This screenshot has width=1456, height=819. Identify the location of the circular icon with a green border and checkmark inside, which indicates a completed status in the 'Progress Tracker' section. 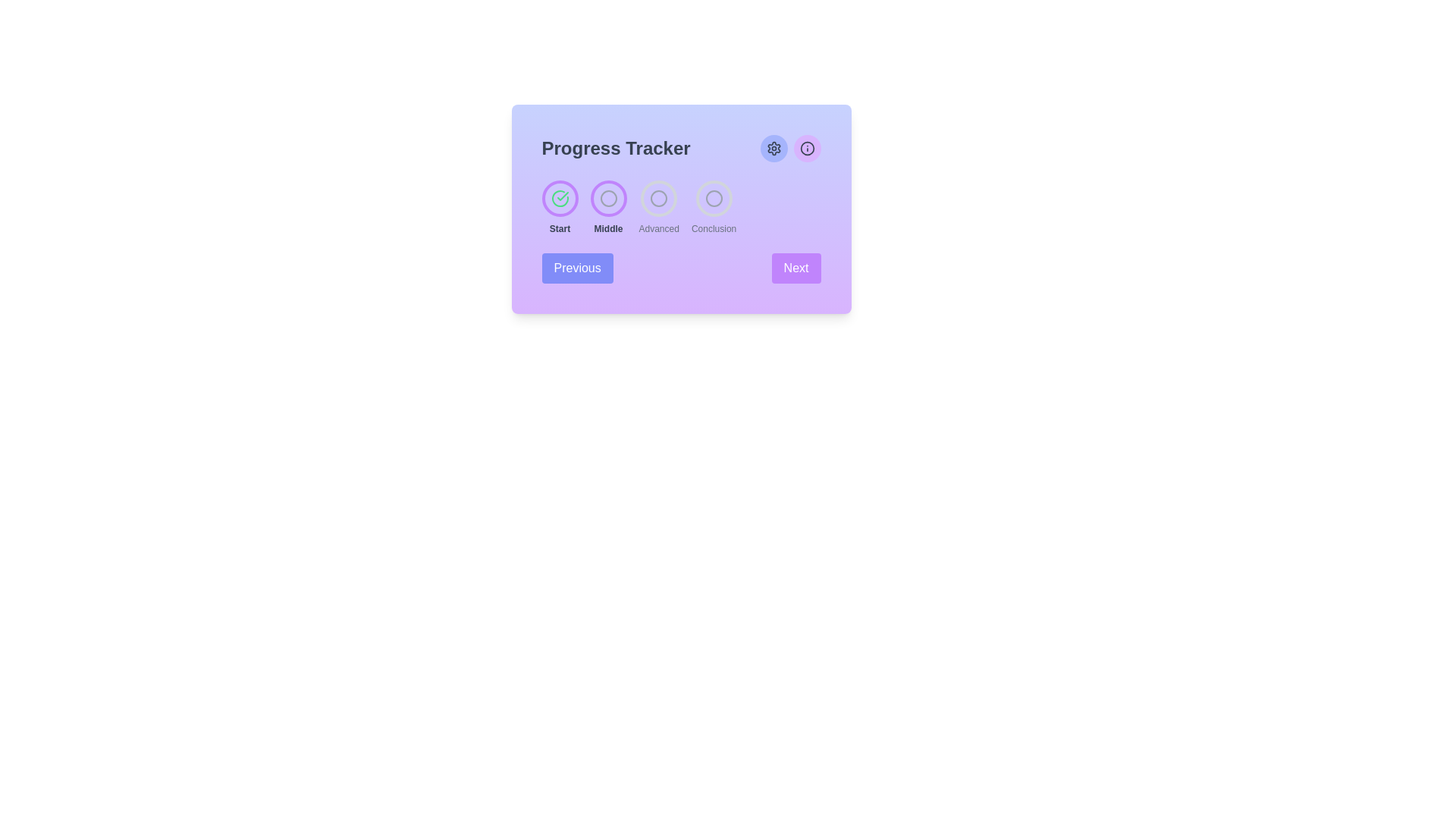
(559, 198).